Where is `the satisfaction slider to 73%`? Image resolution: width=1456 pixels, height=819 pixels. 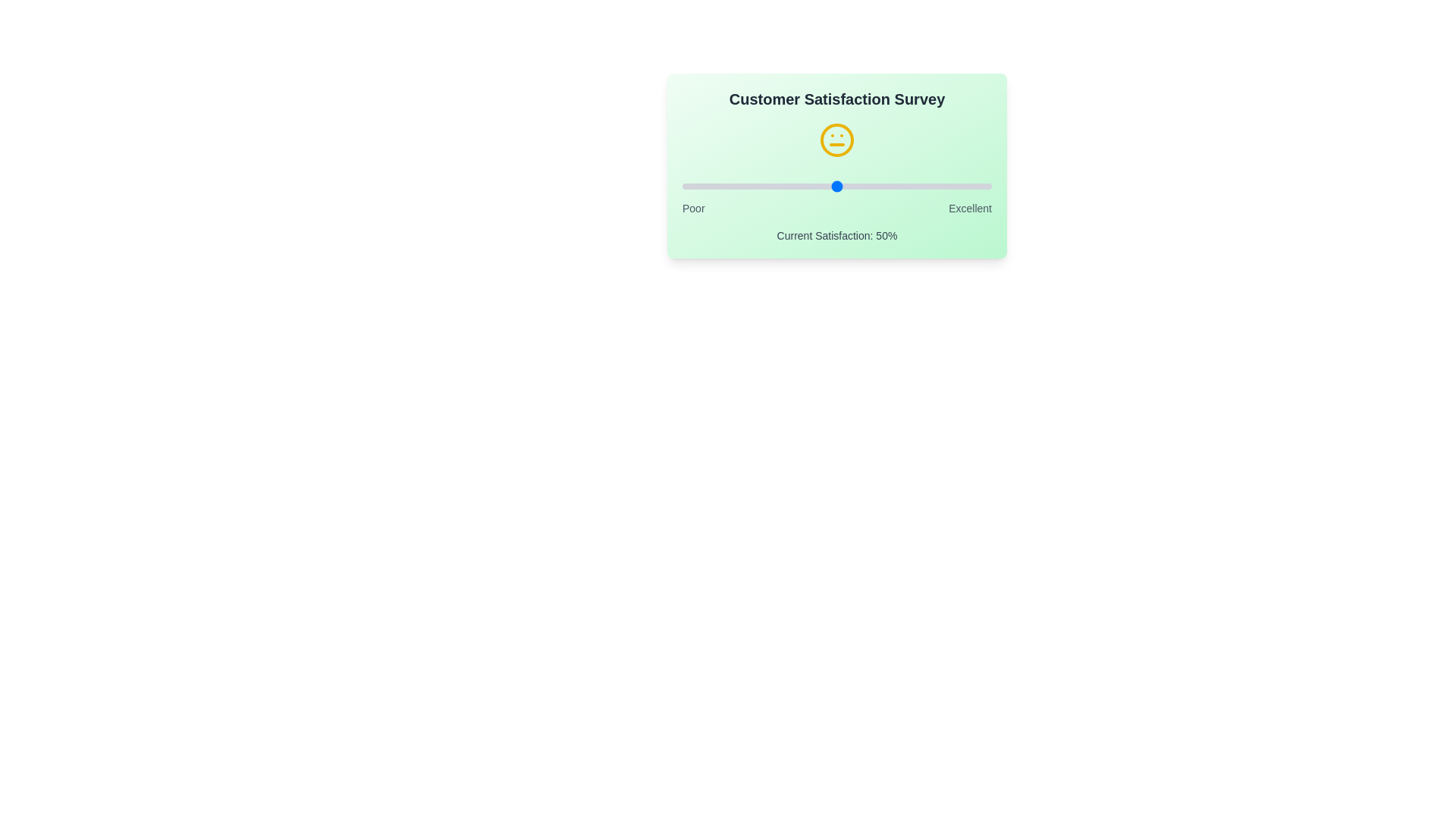
the satisfaction slider to 73% is located at coordinates (908, 186).